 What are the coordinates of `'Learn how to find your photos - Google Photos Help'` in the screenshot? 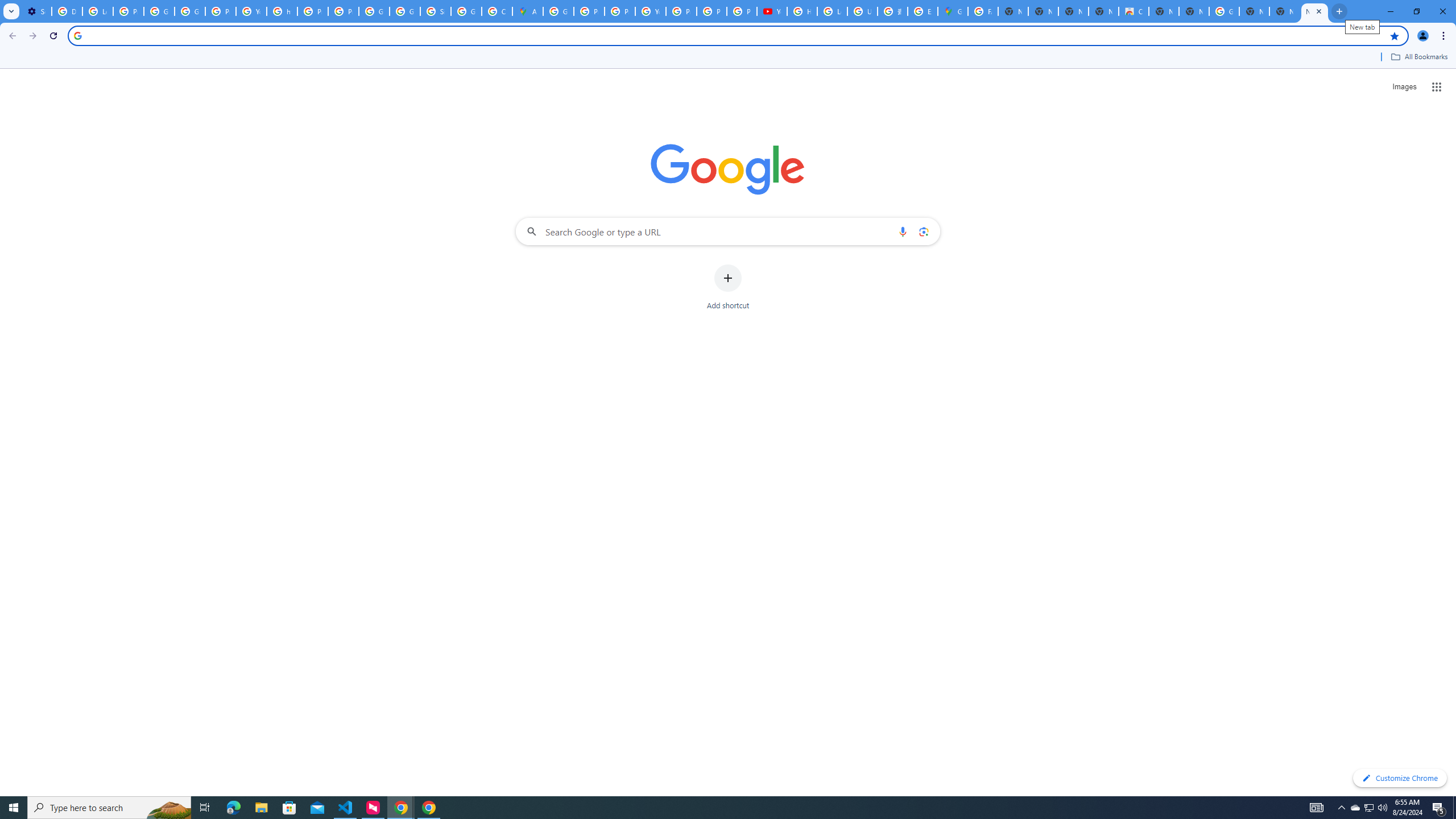 It's located at (97, 11).